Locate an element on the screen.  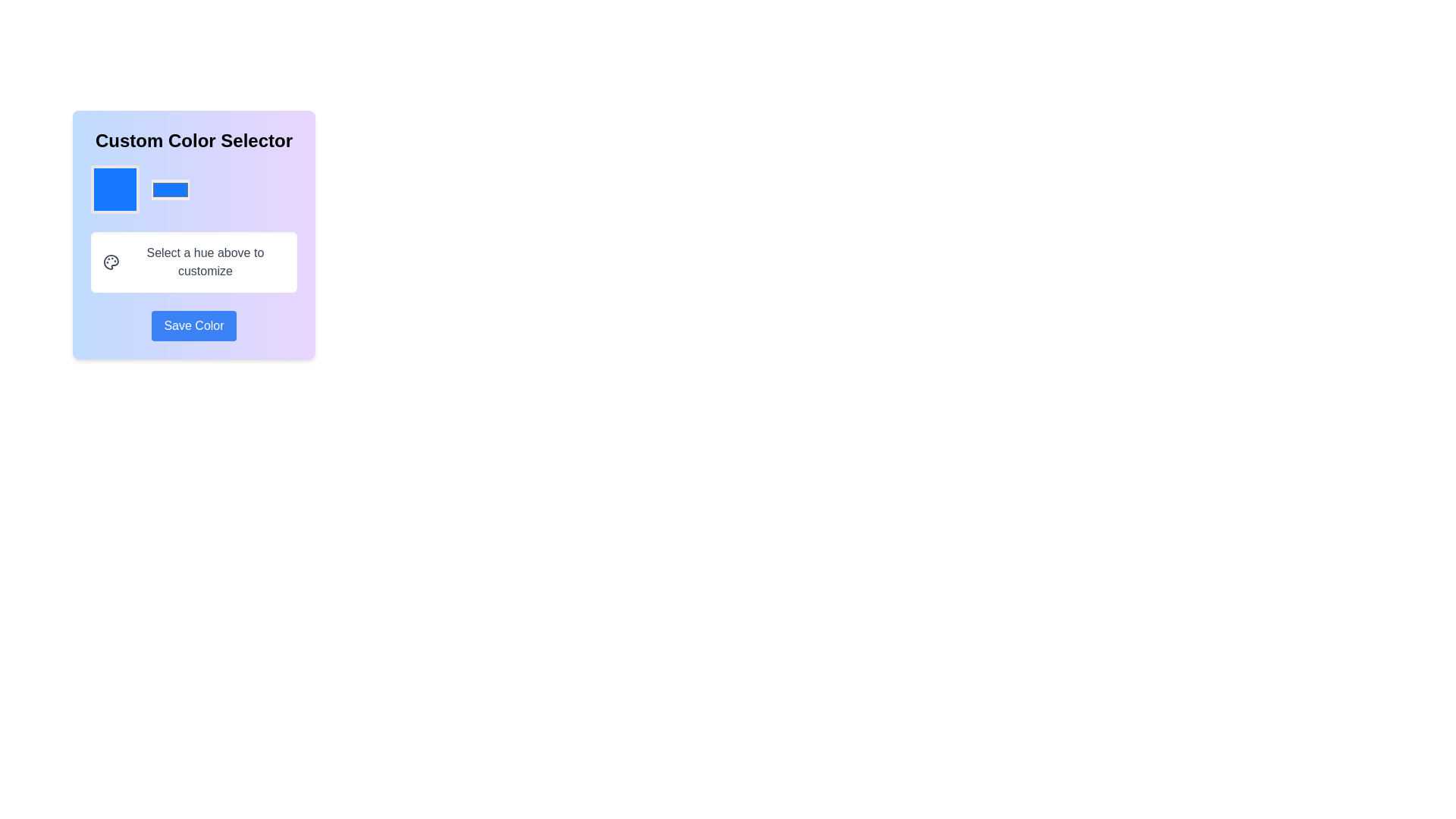
the rectangular color input box with a blue background located to the right of the large square preview box to select a color value is located at coordinates (171, 189).